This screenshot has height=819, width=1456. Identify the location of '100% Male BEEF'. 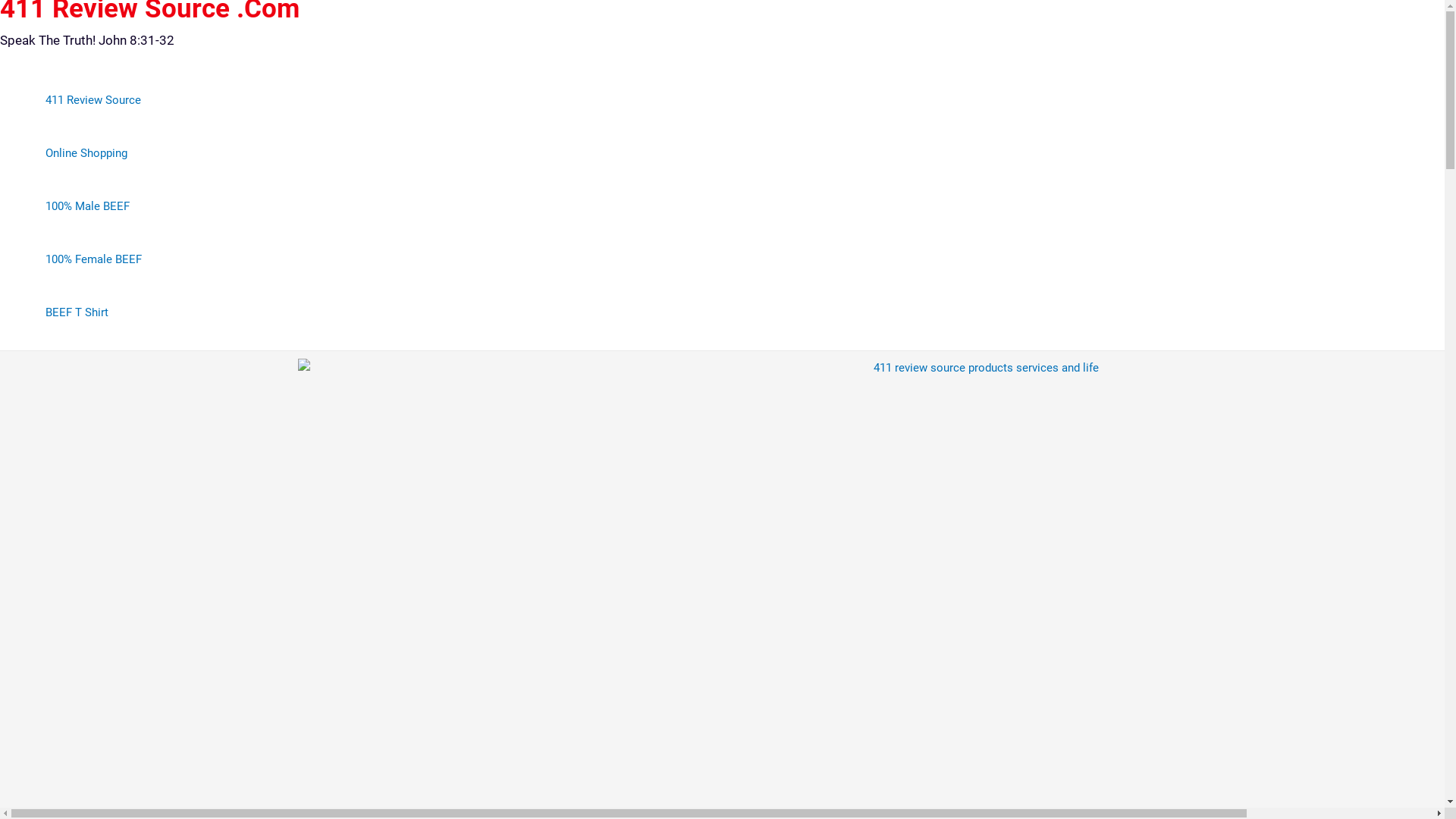
(93, 206).